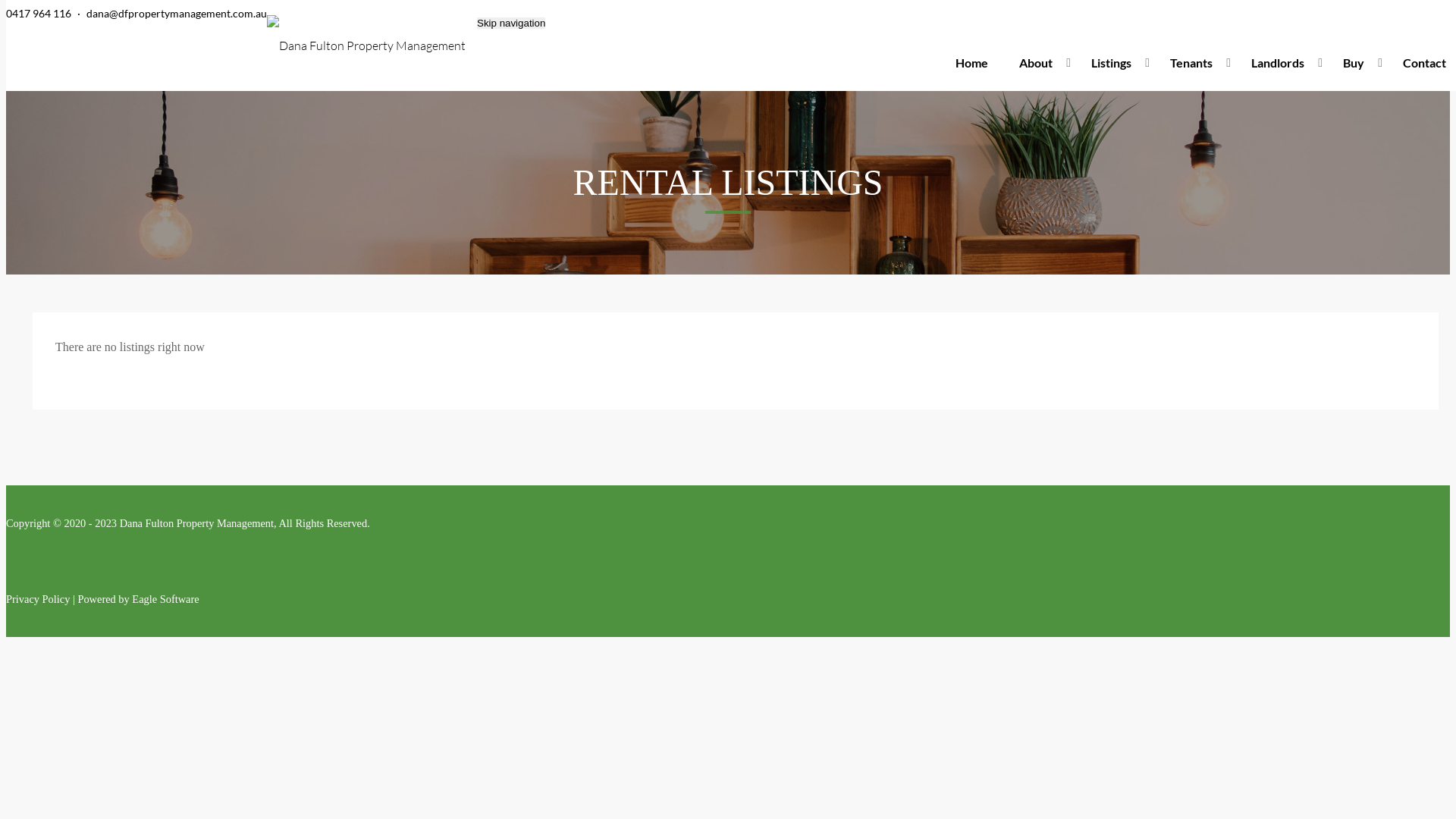  What do you see at coordinates (1115, 62) in the screenshot?
I see `'Listings'` at bounding box center [1115, 62].